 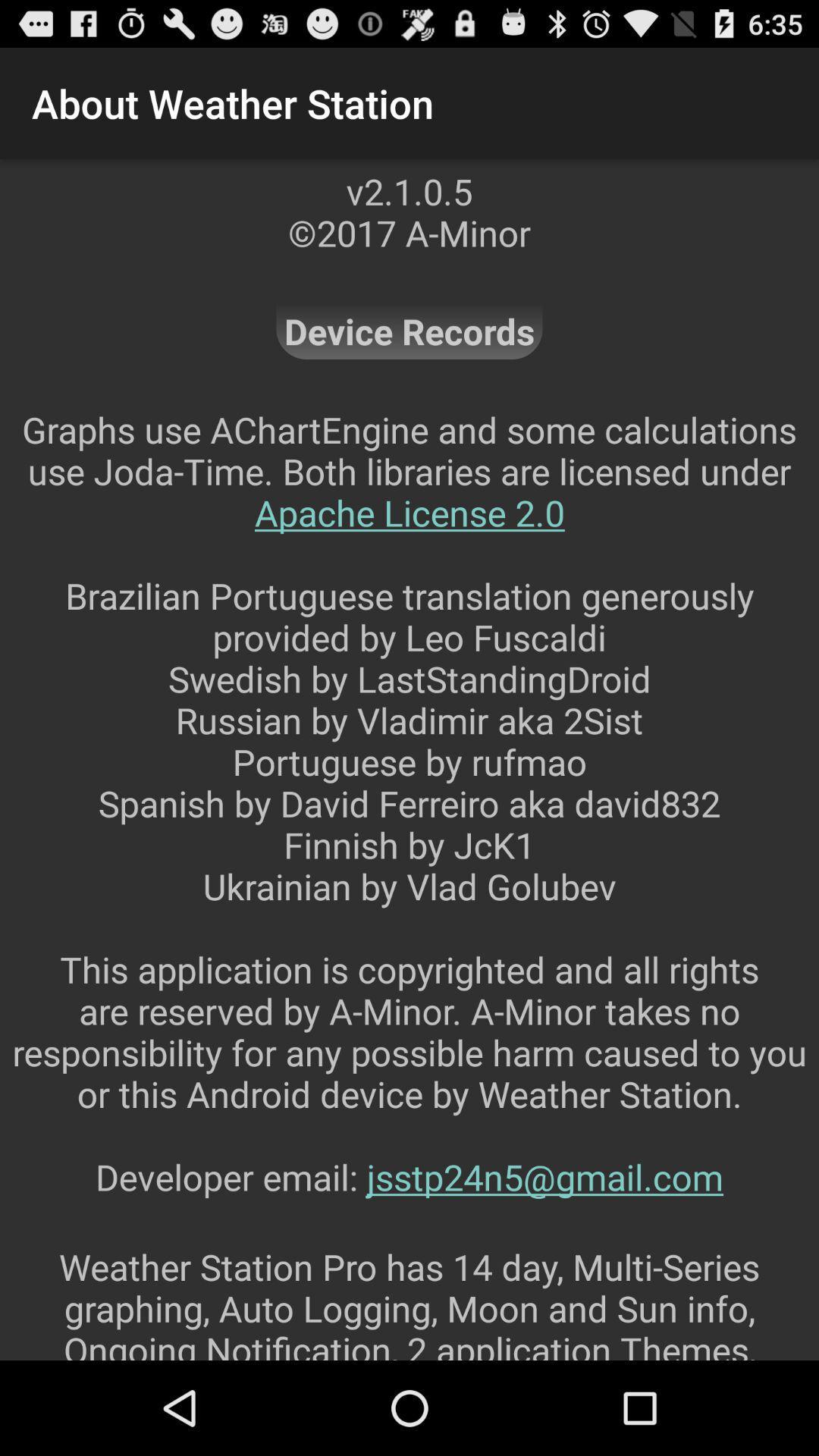 I want to click on the icon above the weather station pro app, so click(x=409, y=823).